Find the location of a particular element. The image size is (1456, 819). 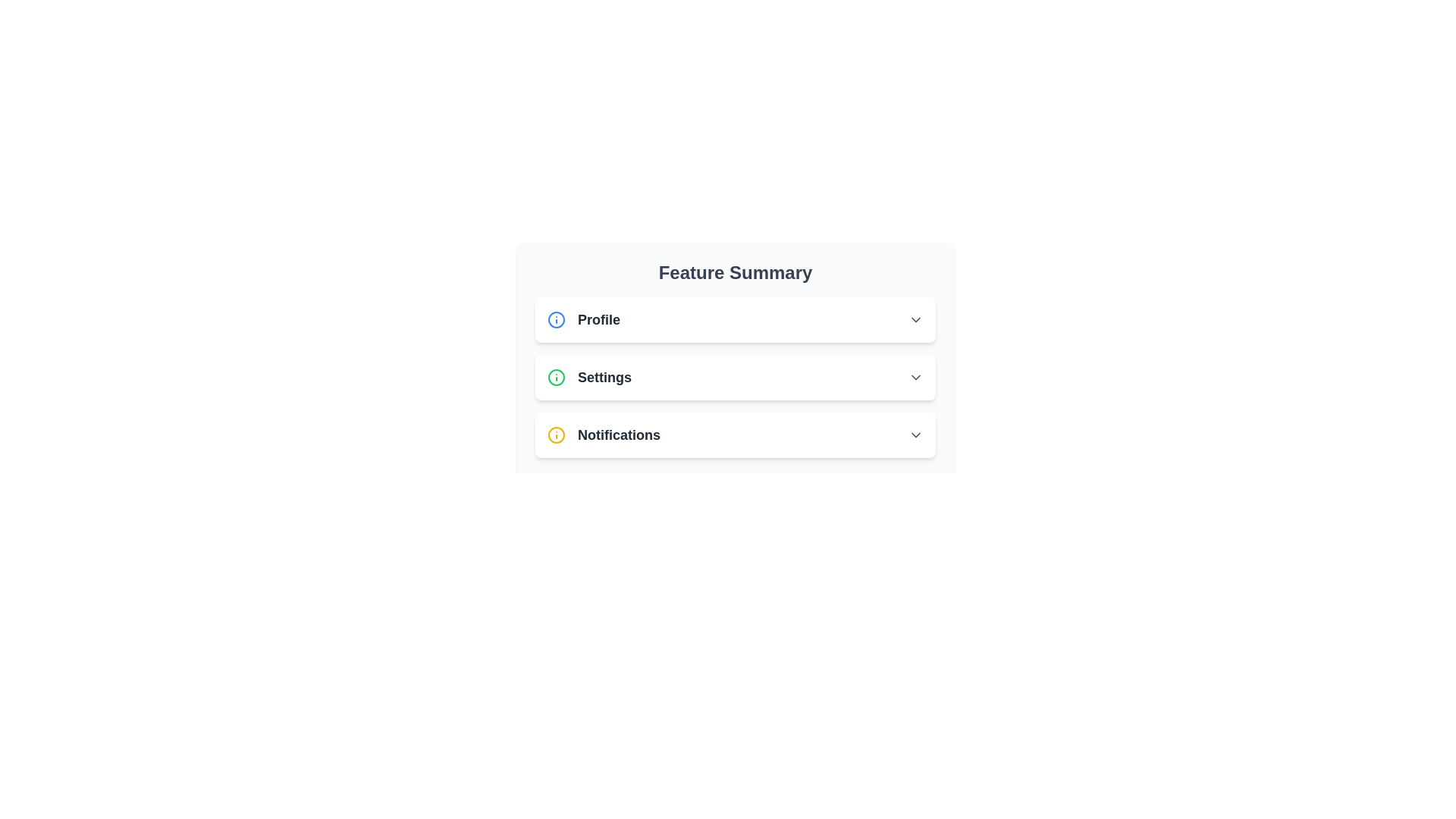

the circular SVG icon with a green border and red marker located to the left of the 'Settings' label in the second row of the interface is located at coordinates (556, 376).